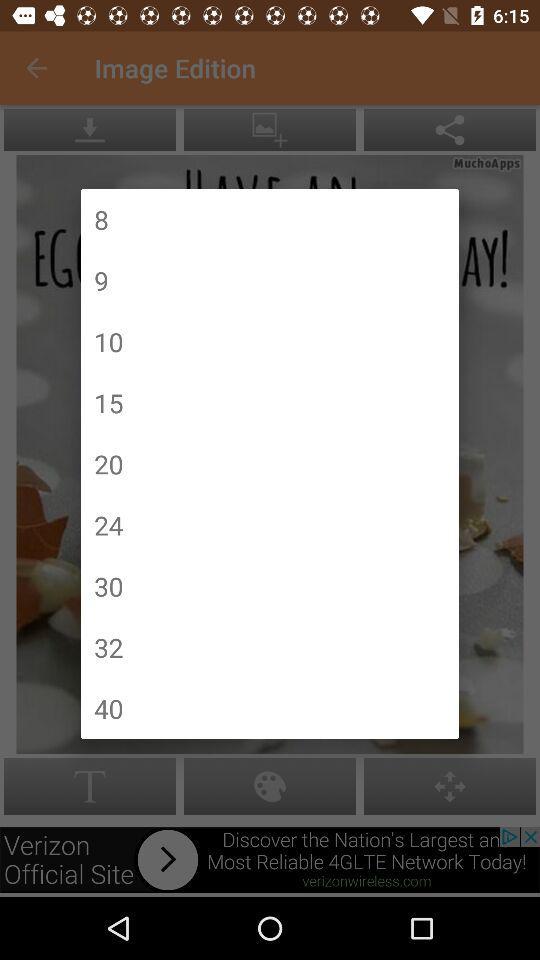 The image size is (540, 960). Describe the element at coordinates (108, 646) in the screenshot. I see `icon above the 40 item` at that location.